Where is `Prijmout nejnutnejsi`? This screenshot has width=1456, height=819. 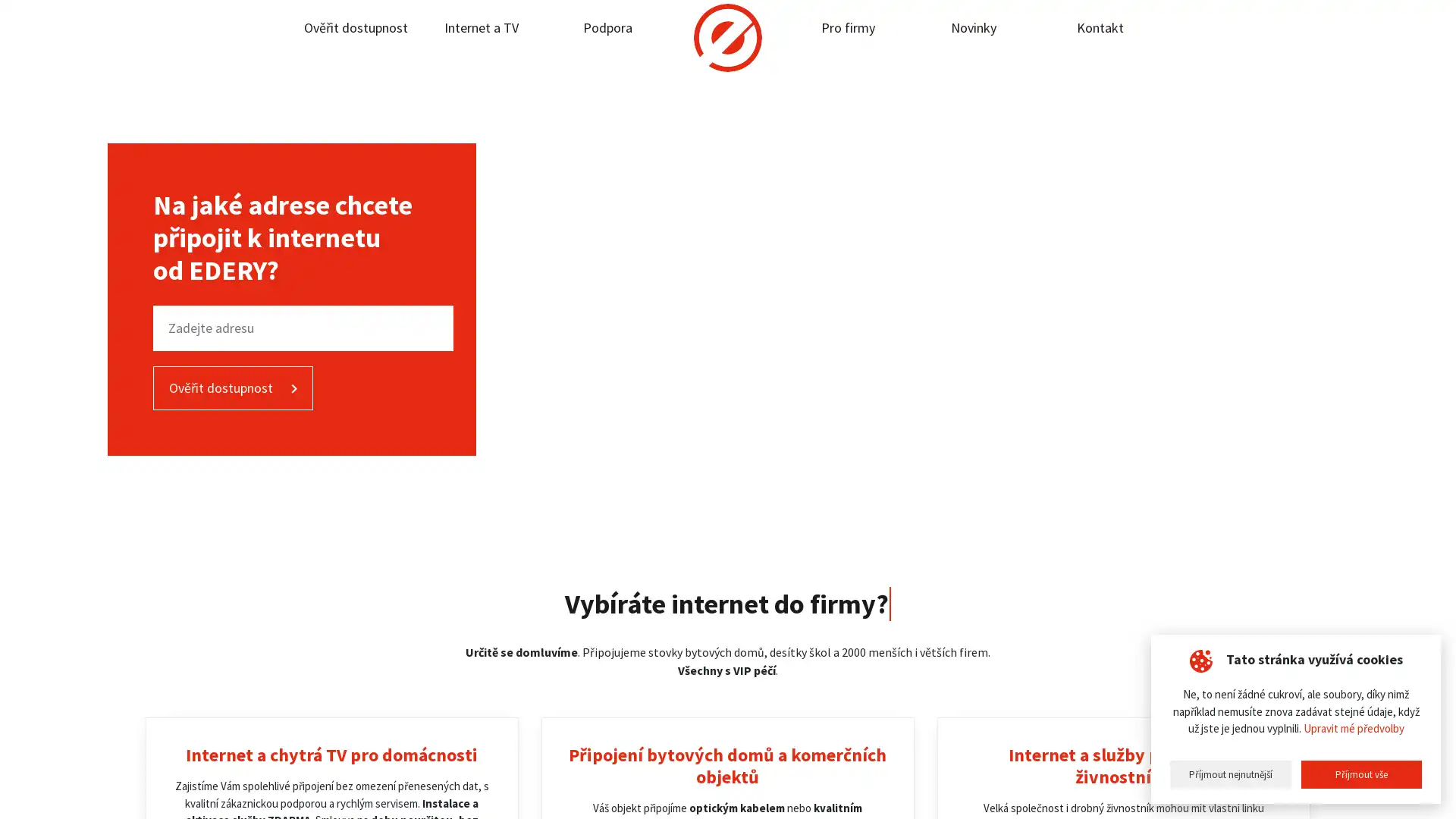
Prijmout nejnutnejsi is located at coordinates (1230, 774).